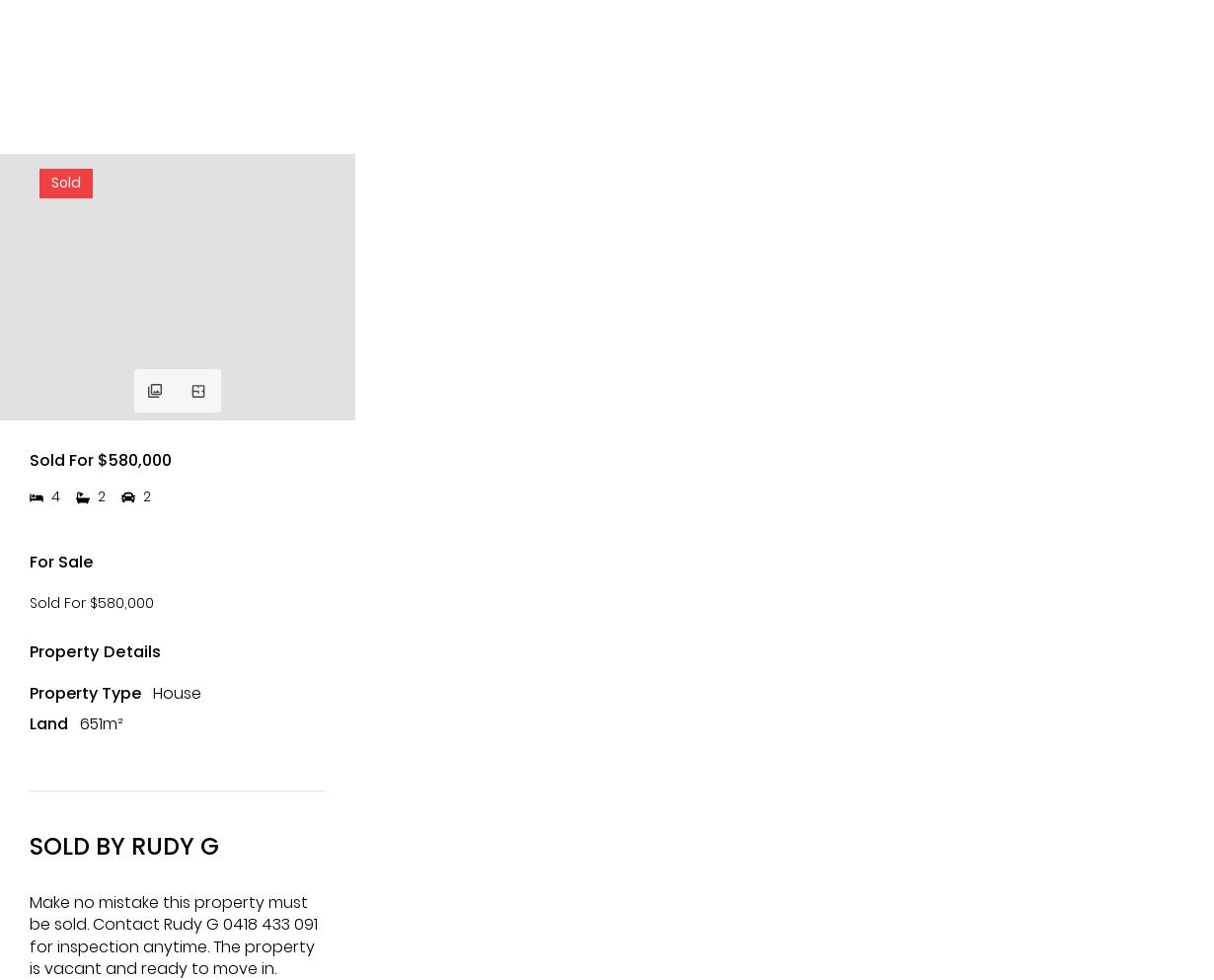  Describe the element at coordinates (38, 607) in the screenshot. I see `'Please send me more information on...'` at that location.